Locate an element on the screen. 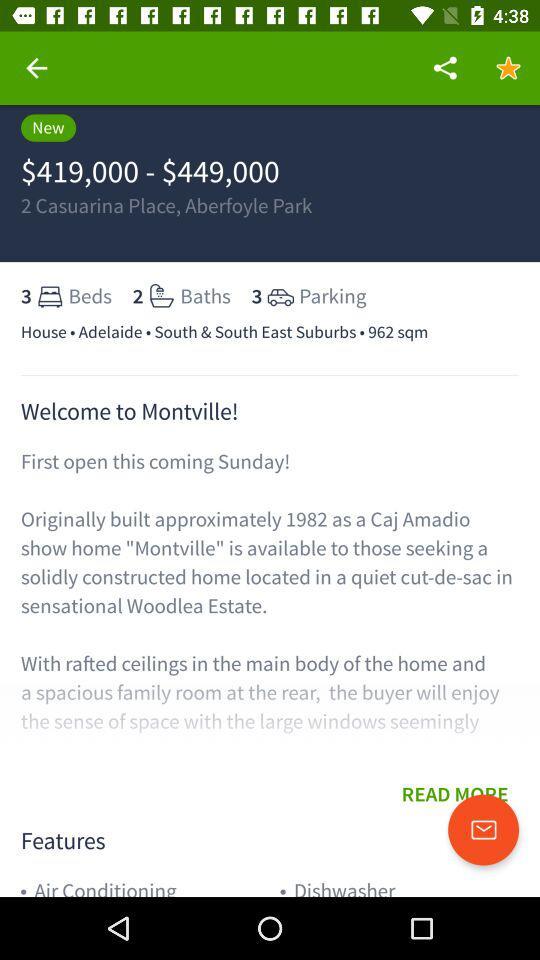 Image resolution: width=540 pixels, height=960 pixels. the email icon is located at coordinates (482, 830).